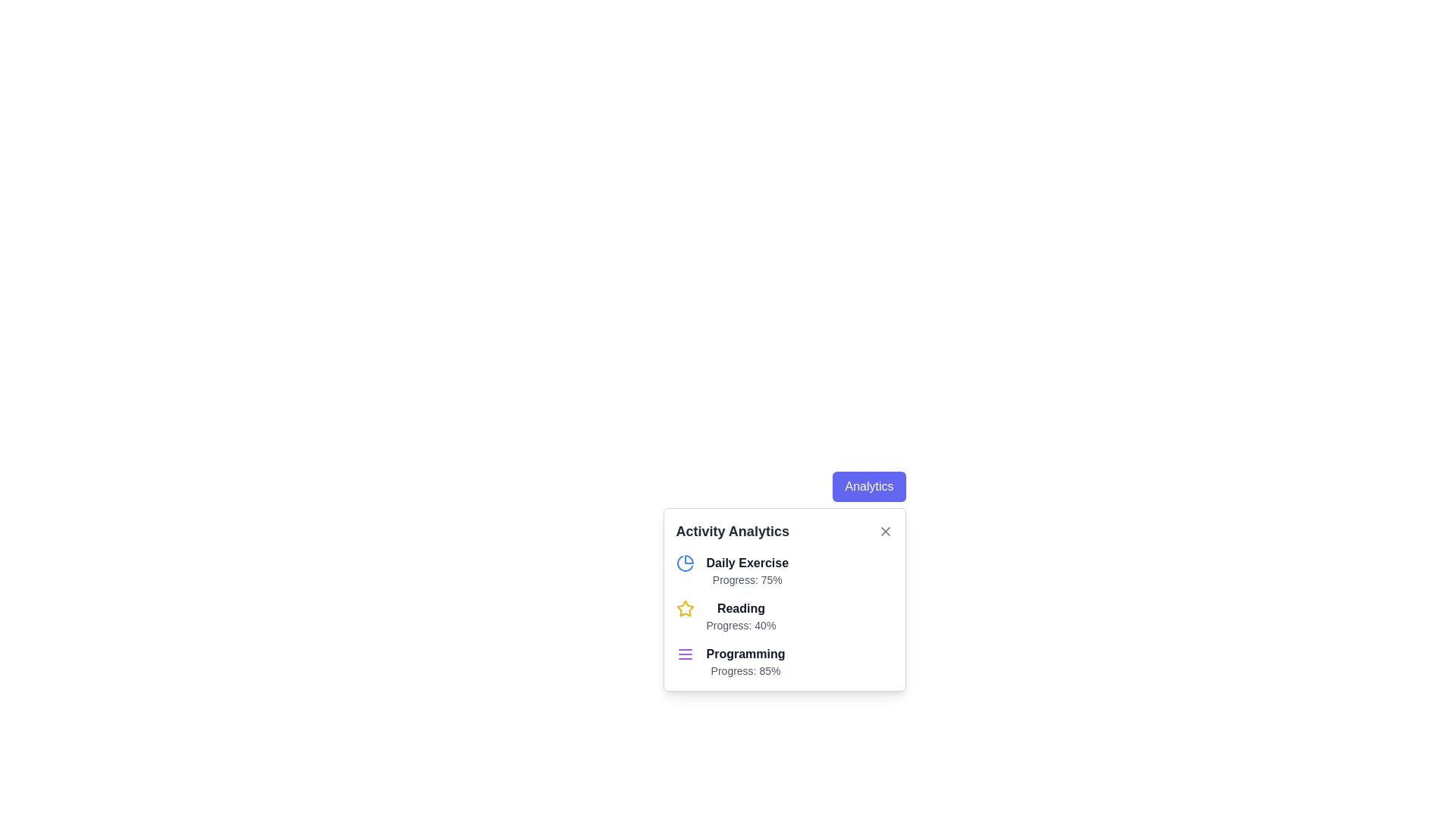 This screenshot has width=1456, height=819. I want to click on the pie chart-style icon with blue coloration, located to the left of the 'Daily Exercise' label in the 'Activity Analytics' card interface, so click(684, 563).